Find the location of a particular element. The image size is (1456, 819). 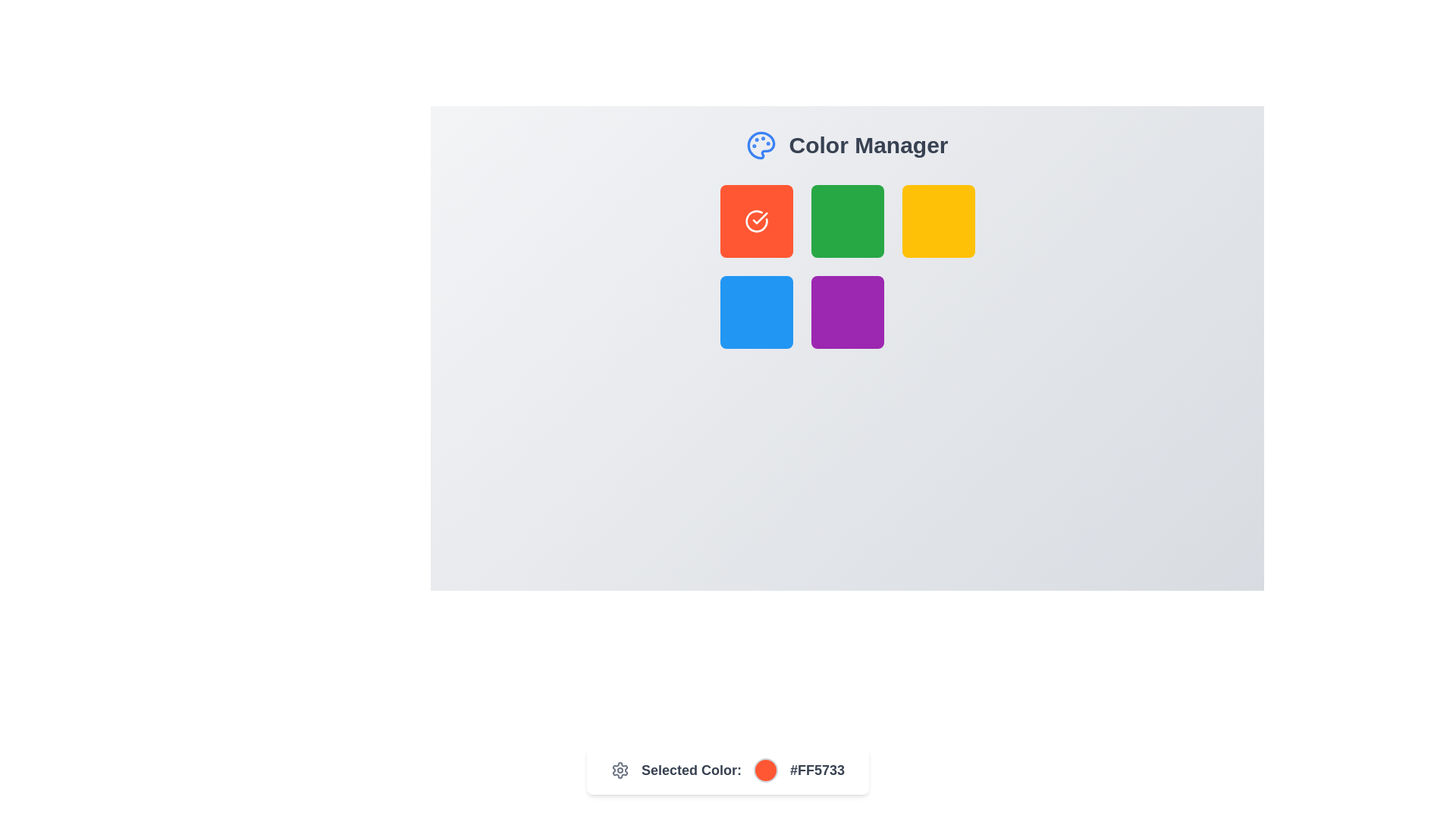

the interactive yellow square button with rounded corners located on the right side of the second row in the grid layout is located at coordinates (937, 221).